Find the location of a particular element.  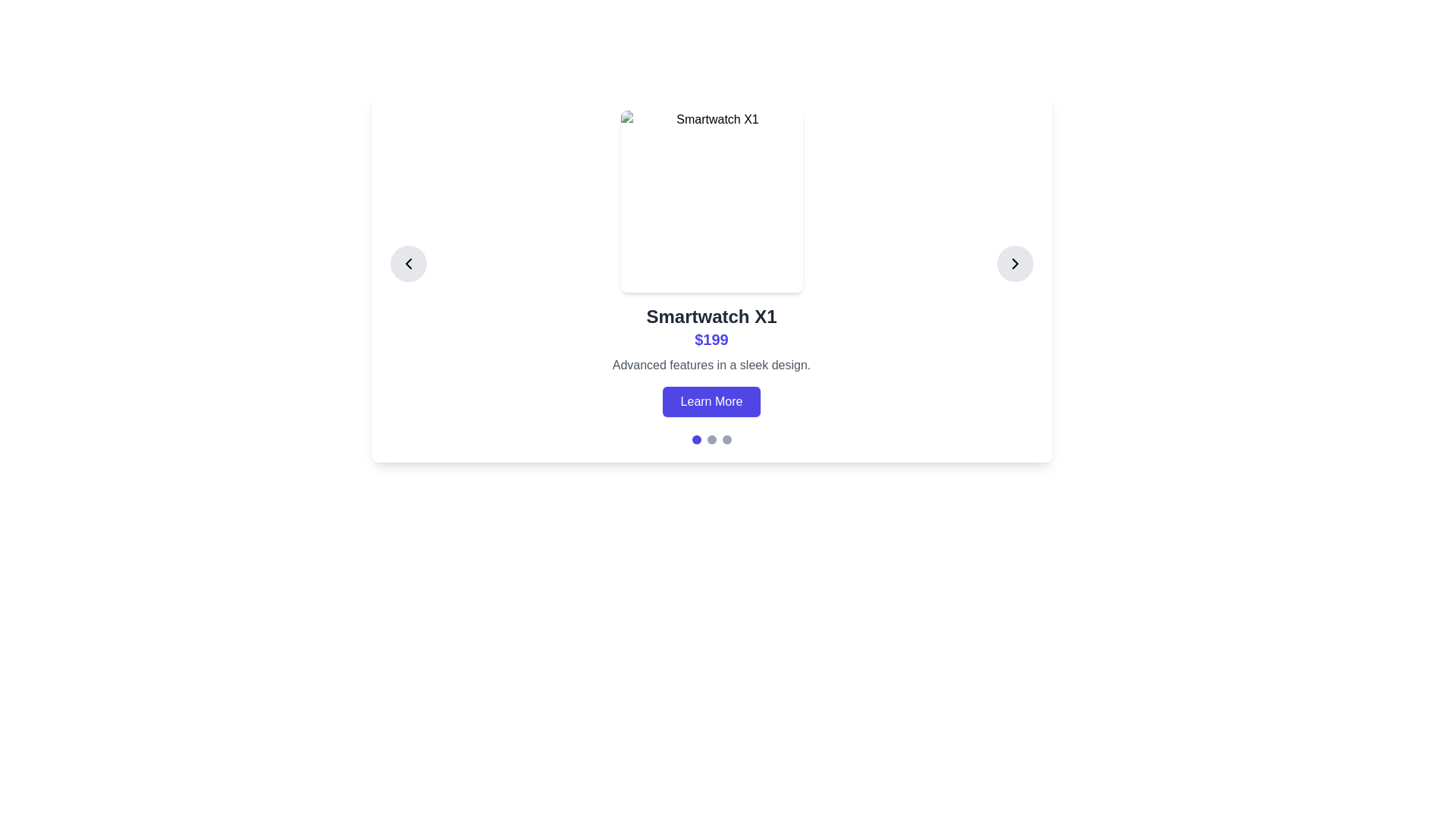

source of the square image with rounded corners and a shadow effect, located at the top of the product details layout is located at coordinates (711, 201).